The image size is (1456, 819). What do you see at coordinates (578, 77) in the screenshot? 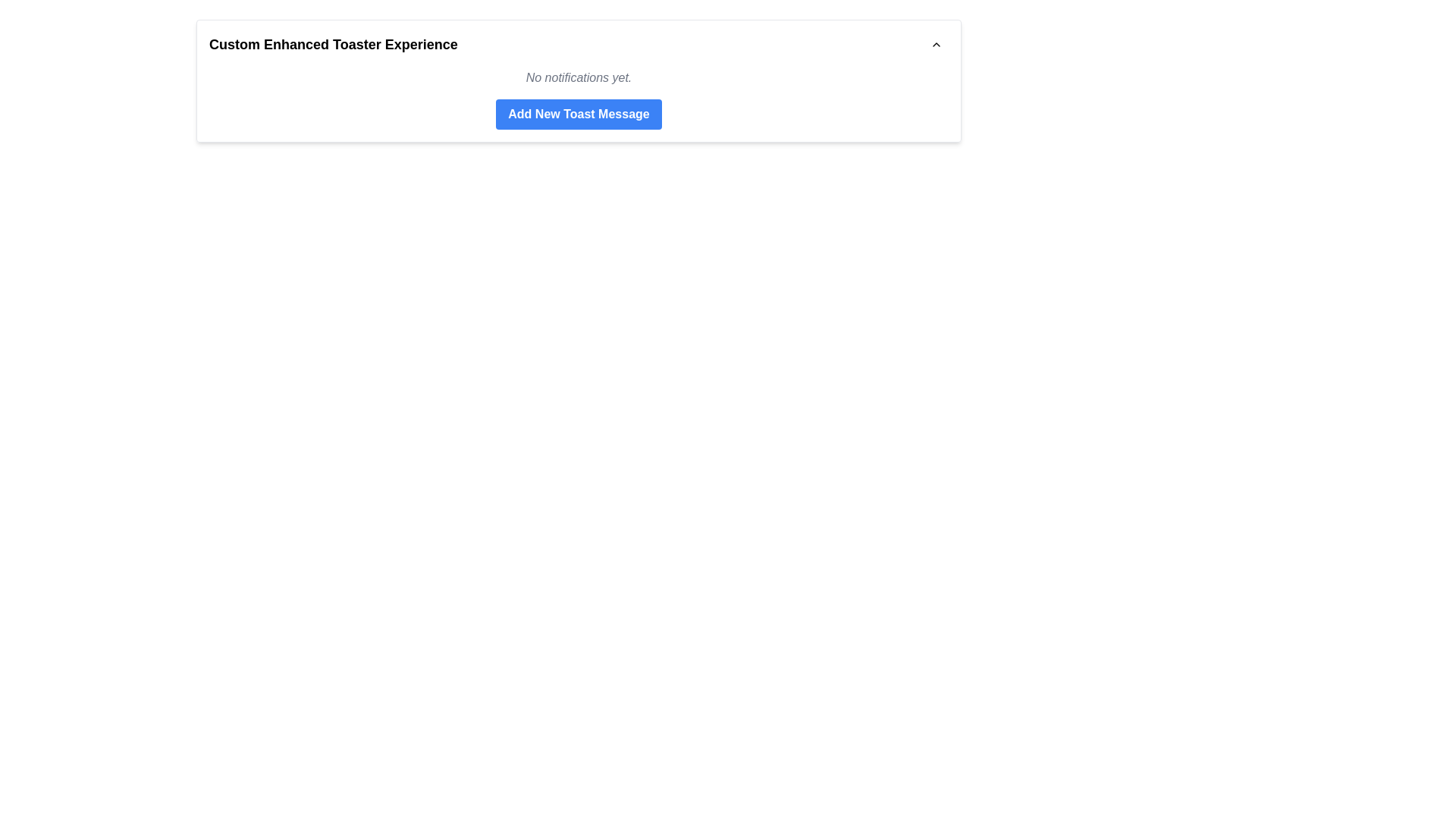
I see `the text element that displays 'No notifications yet.' styled in light gray italic font, located at the top central part of the application above the 'Add New Toast Message' button` at bounding box center [578, 77].